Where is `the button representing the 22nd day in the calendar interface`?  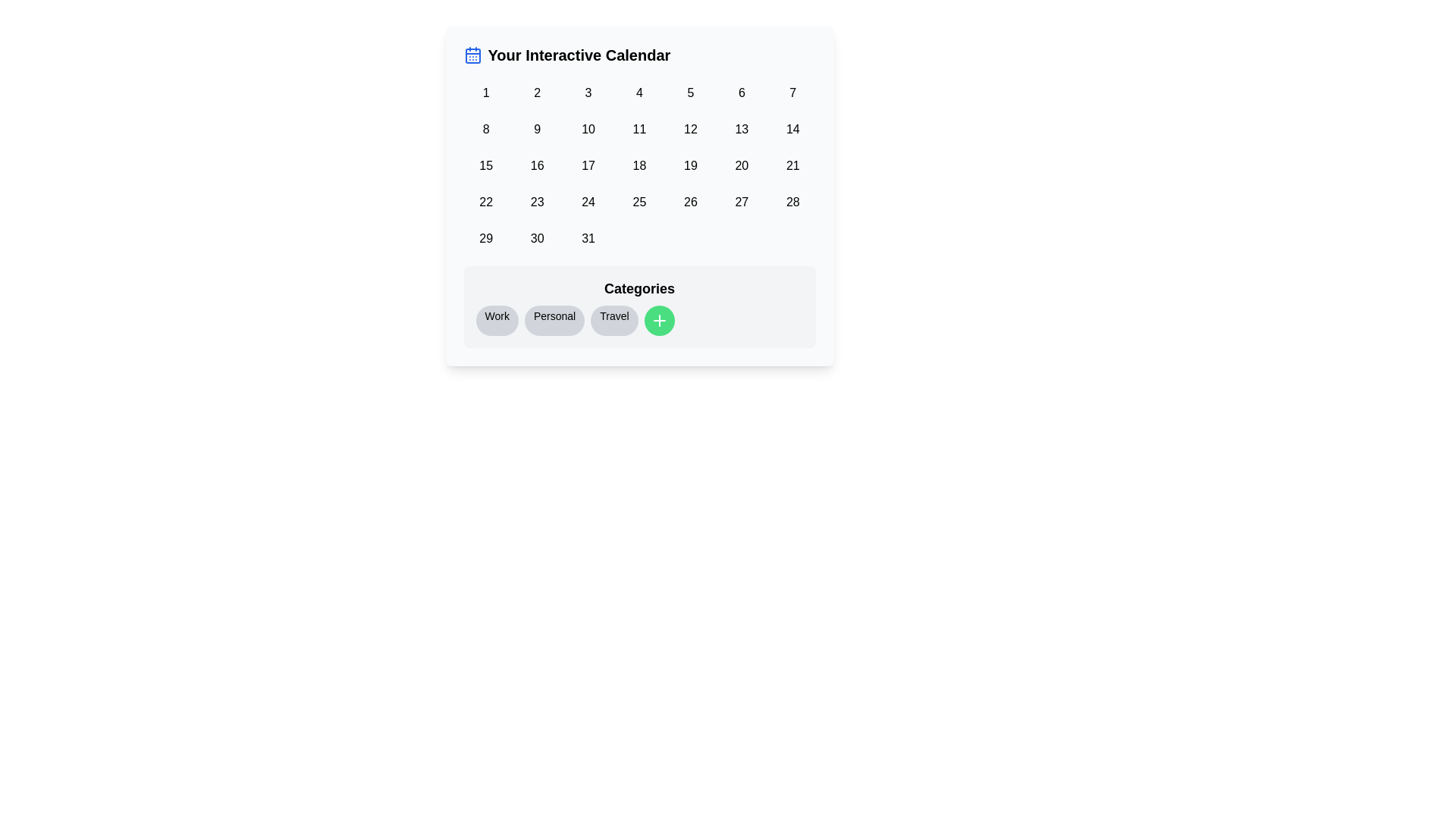
the button representing the 22nd day in the calendar interface is located at coordinates (486, 201).